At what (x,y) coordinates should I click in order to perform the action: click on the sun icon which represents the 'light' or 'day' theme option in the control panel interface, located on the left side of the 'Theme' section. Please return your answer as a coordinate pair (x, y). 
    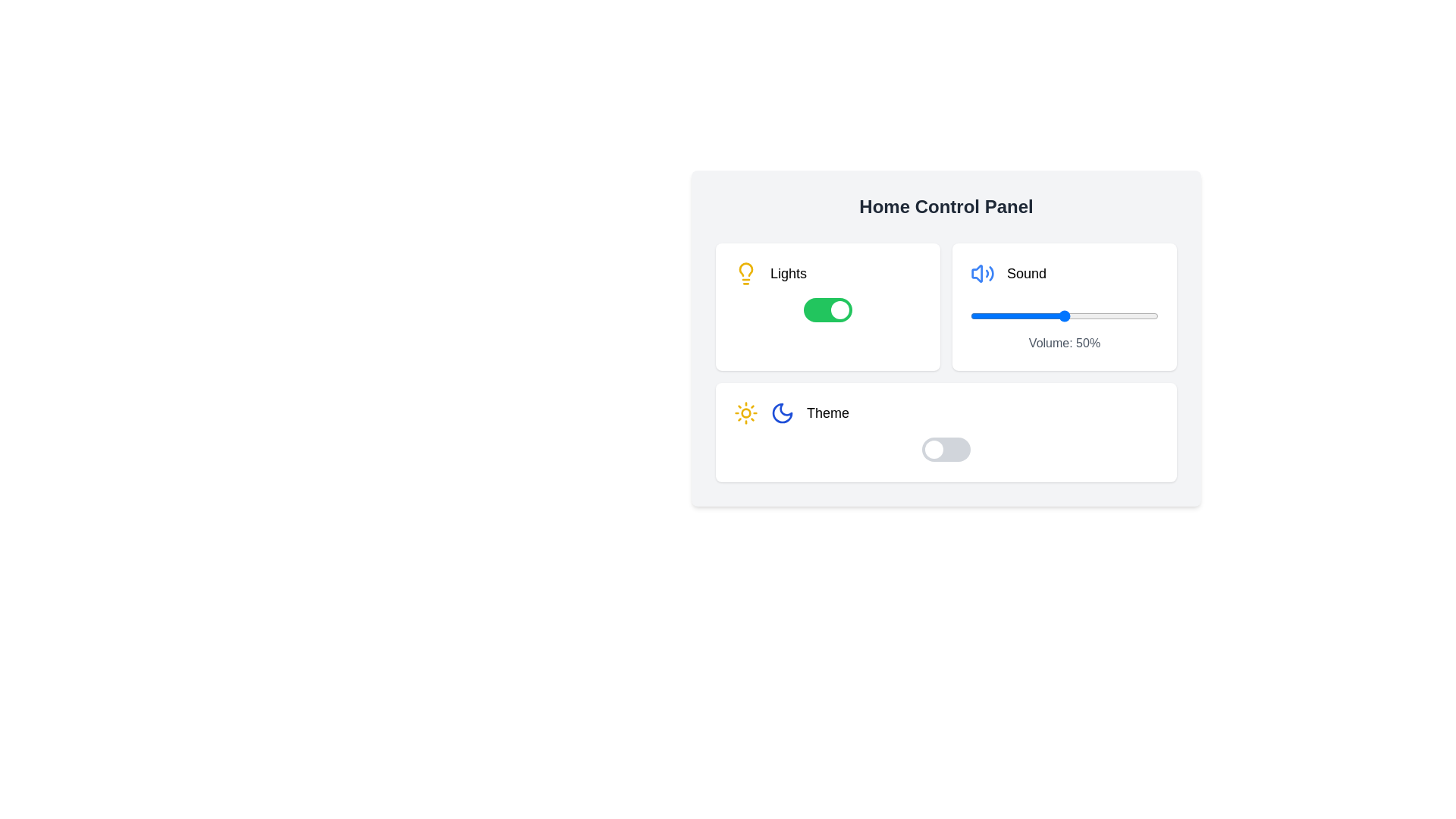
    Looking at the image, I should click on (745, 413).